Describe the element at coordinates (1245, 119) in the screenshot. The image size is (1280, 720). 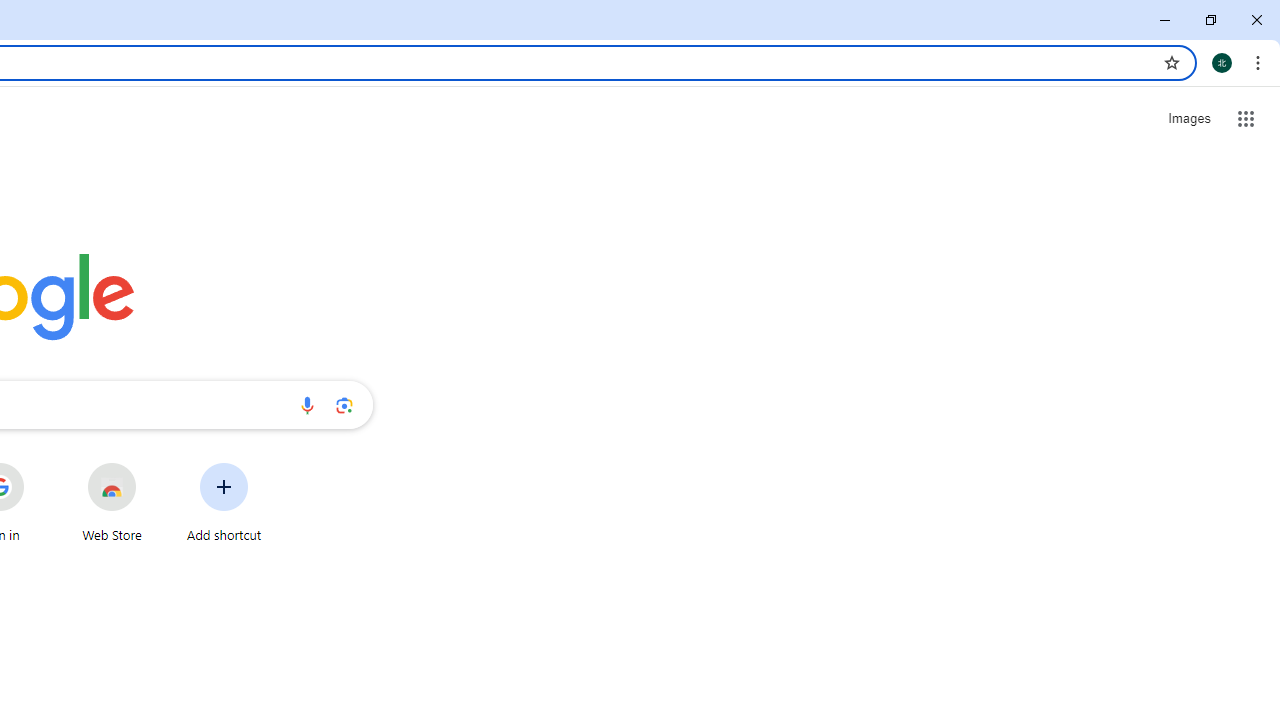
I see `'Google apps'` at that location.